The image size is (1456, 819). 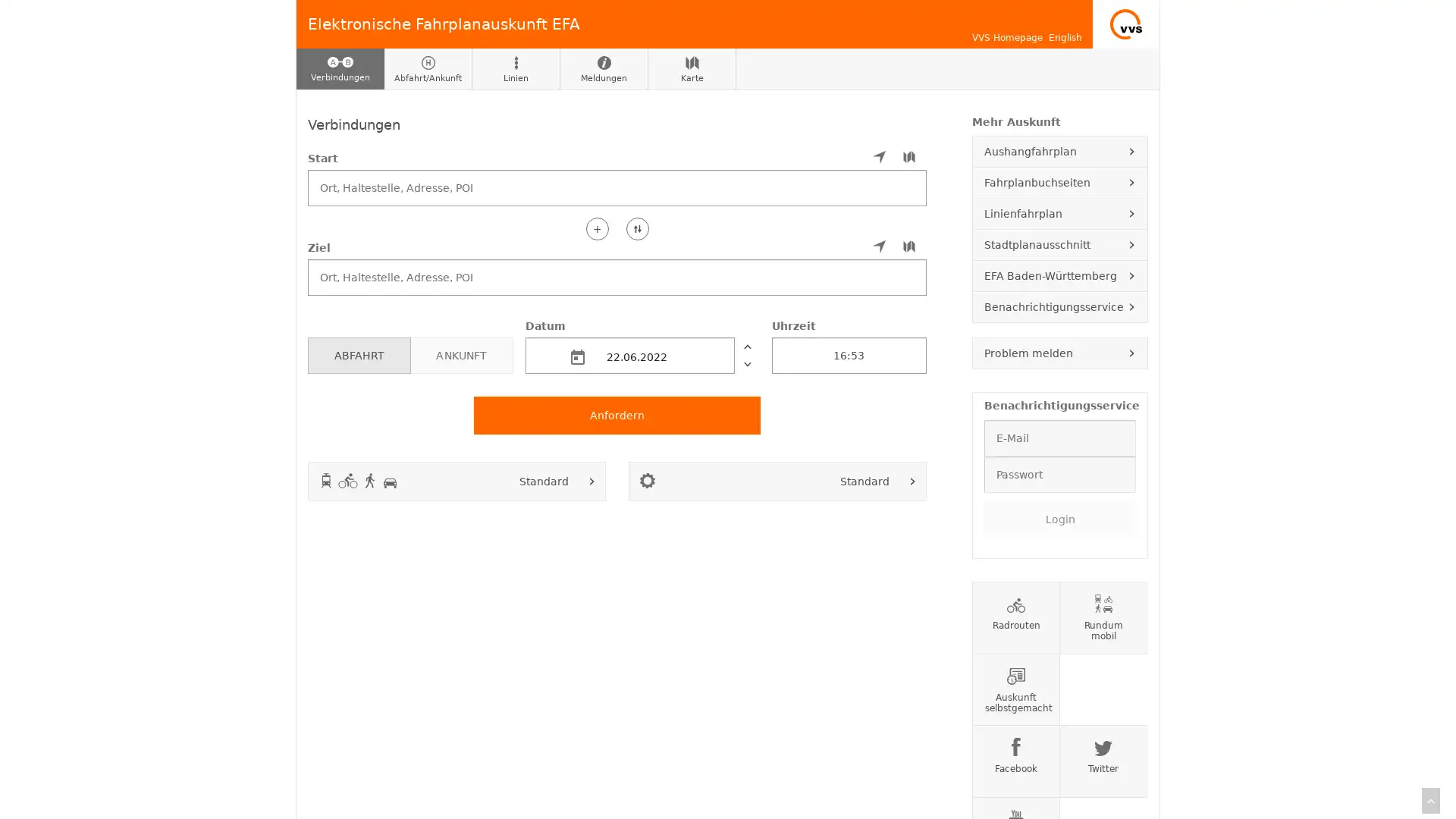 What do you see at coordinates (577, 356) in the screenshot?
I see `md-calendar` at bounding box center [577, 356].